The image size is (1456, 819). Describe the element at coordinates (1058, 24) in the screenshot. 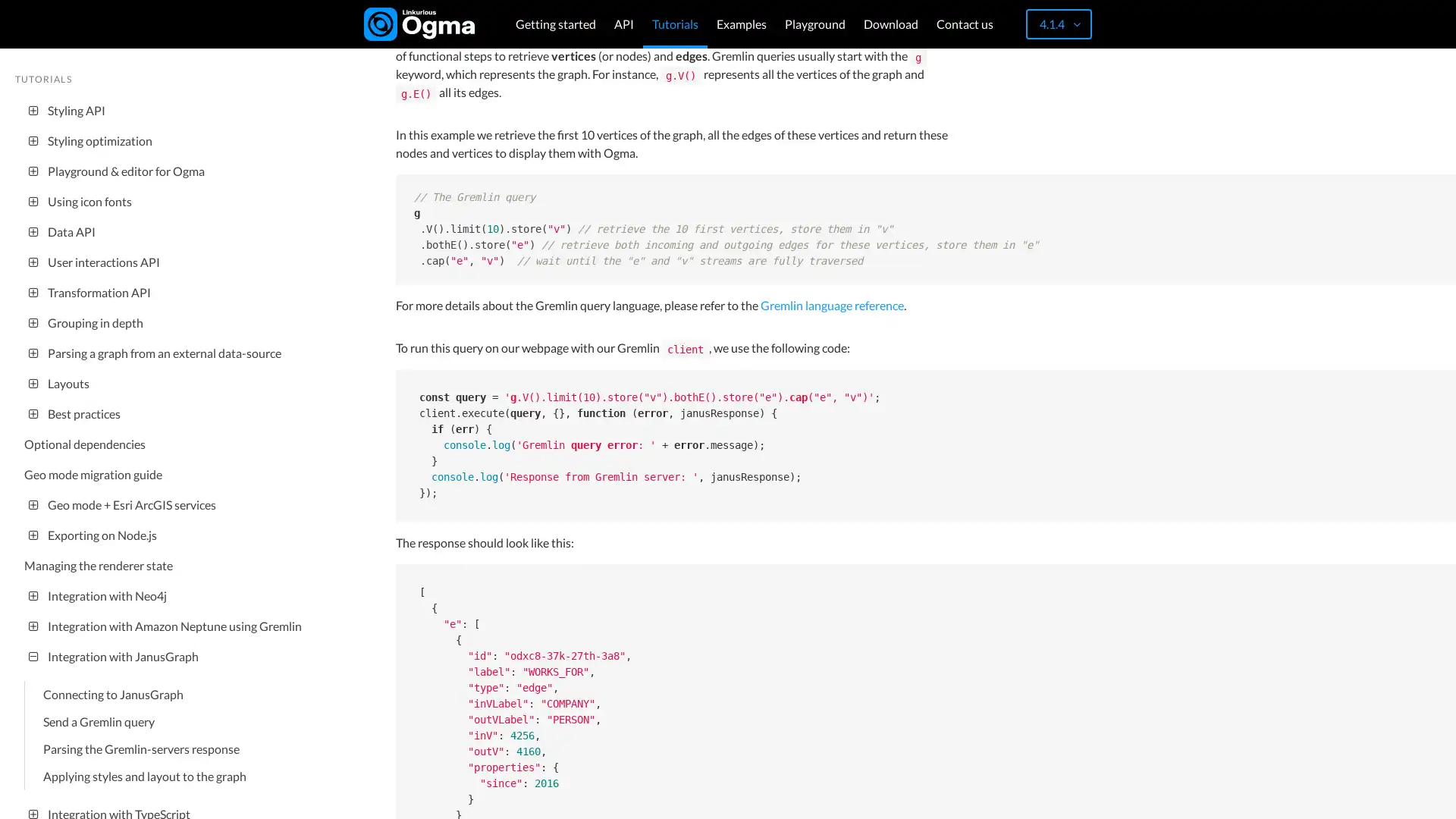

I see `4.1.4` at that location.